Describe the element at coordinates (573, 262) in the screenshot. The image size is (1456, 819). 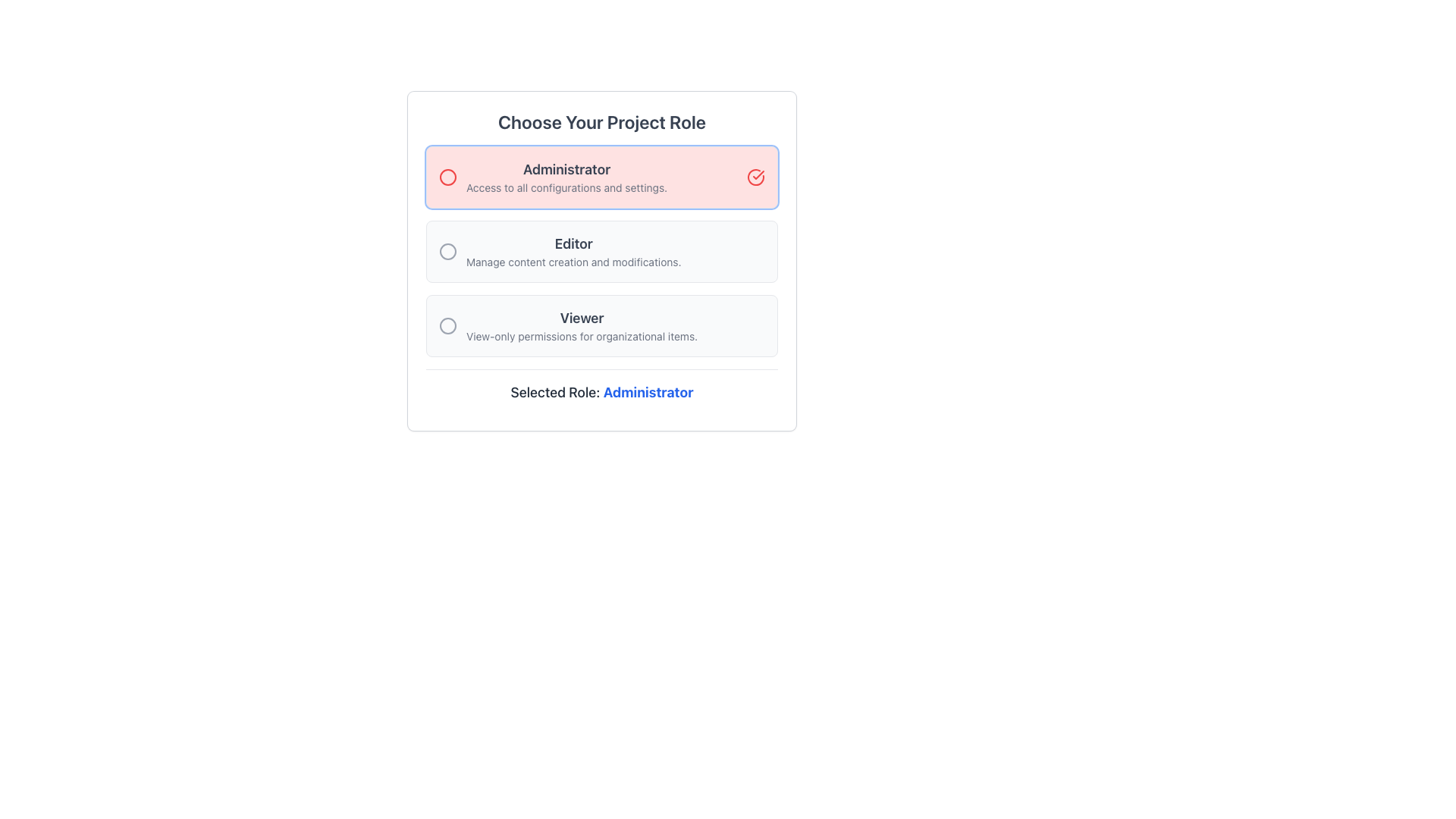
I see `the Text Label that provides context about the 'Editor' option, located below the header 'Editor'` at that location.